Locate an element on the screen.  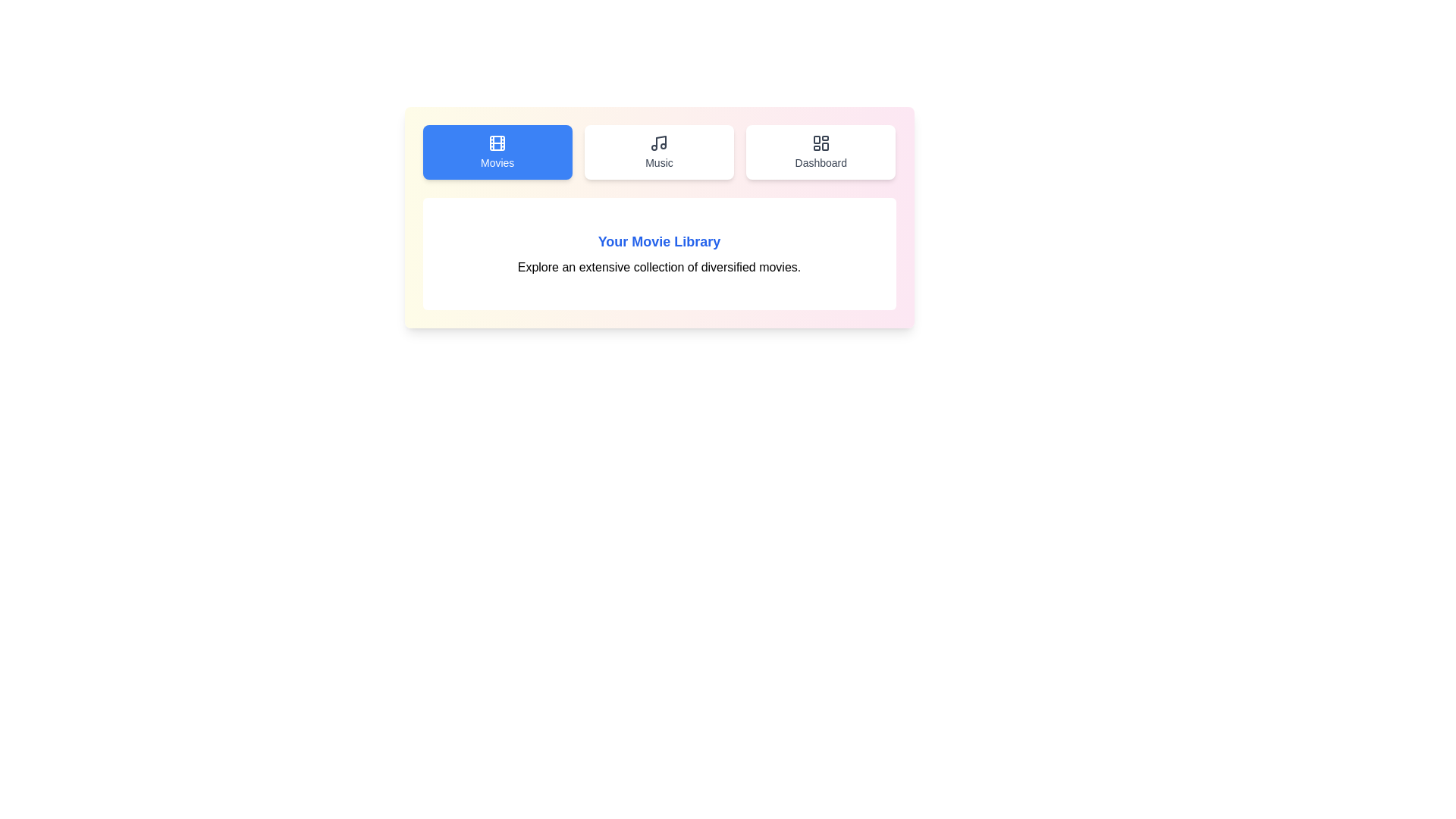
the Music tab to inspect its visual elements is located at coordinates (658, 152).